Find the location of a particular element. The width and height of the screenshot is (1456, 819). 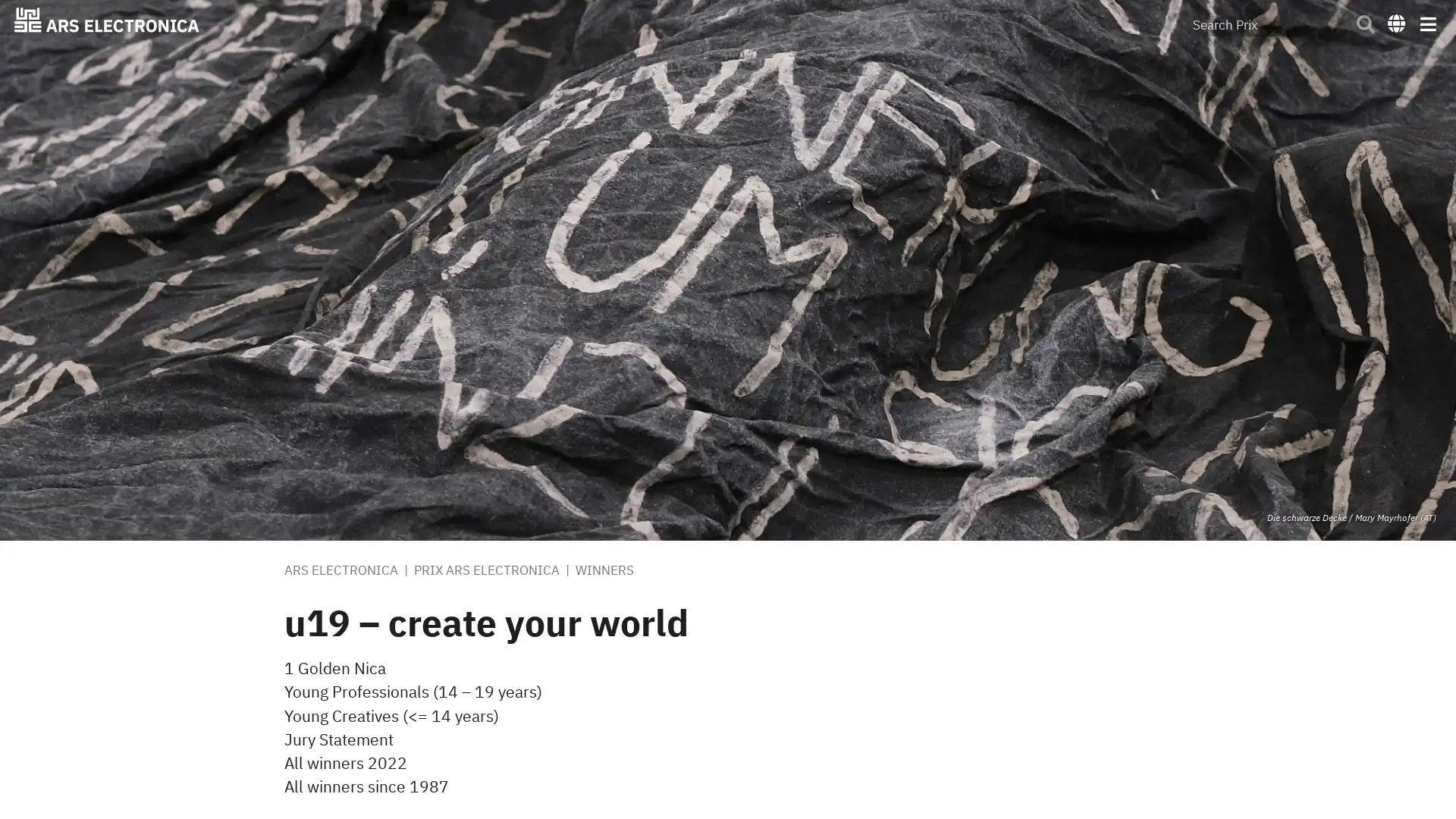

Show language menu is located at coordinates (1395, 22).